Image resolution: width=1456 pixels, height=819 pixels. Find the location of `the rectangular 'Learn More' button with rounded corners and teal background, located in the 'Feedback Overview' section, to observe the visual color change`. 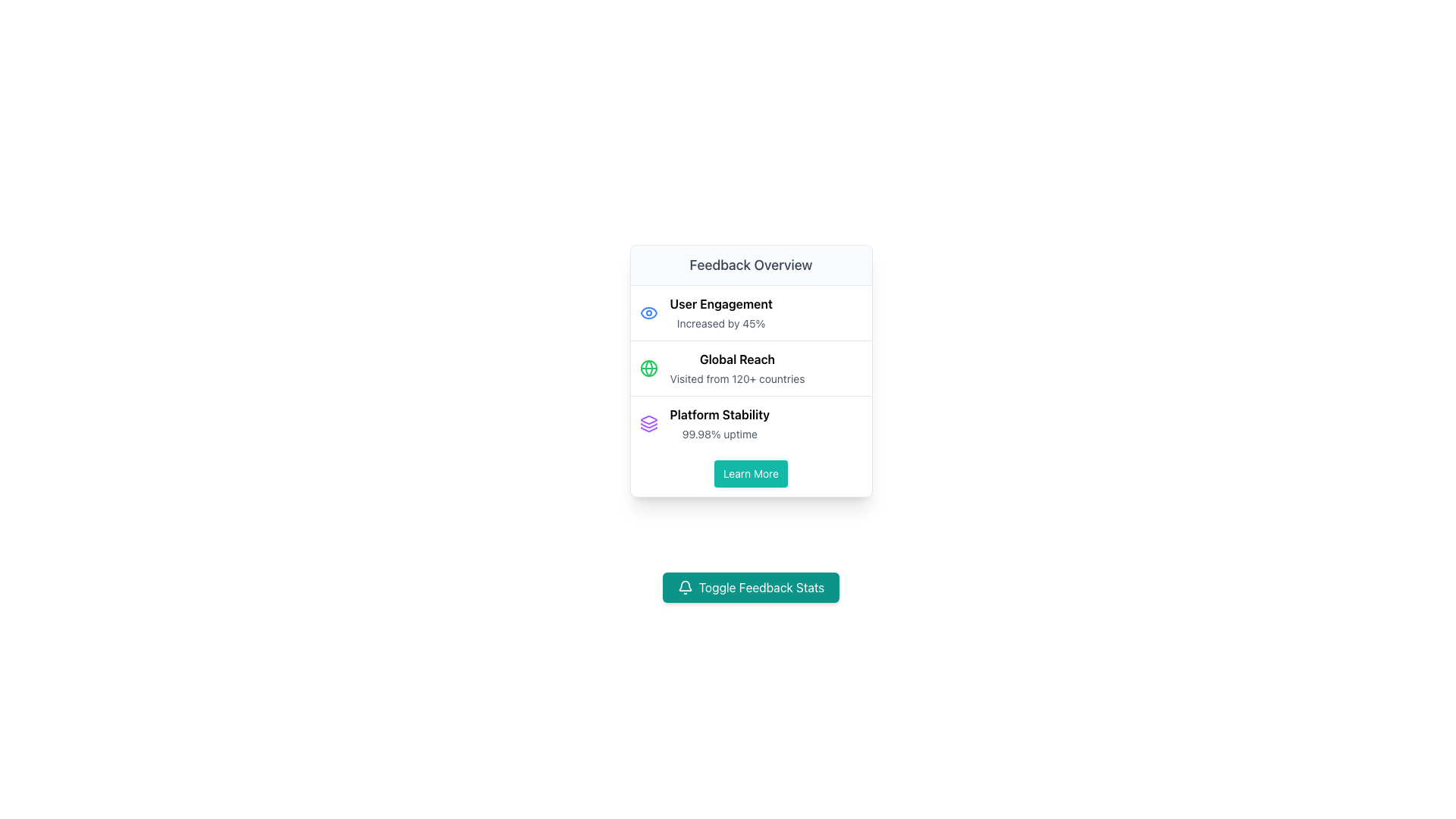

the rectangular 'Learn More' button with rounded corners and teal background, located in the 'Feedback Overview' section, to observe the visual color change is located at coordinates (751, 472).